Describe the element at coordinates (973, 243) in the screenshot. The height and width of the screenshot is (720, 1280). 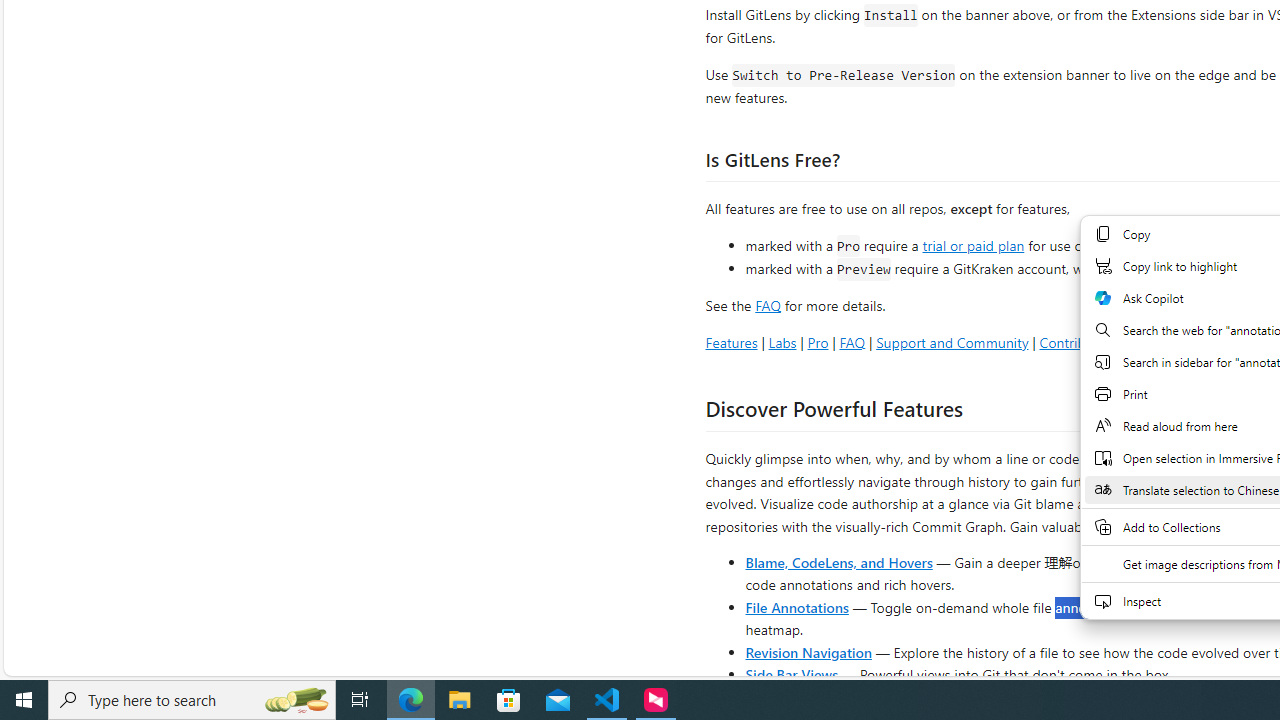
I see `'trial or paid plan'` at that location.